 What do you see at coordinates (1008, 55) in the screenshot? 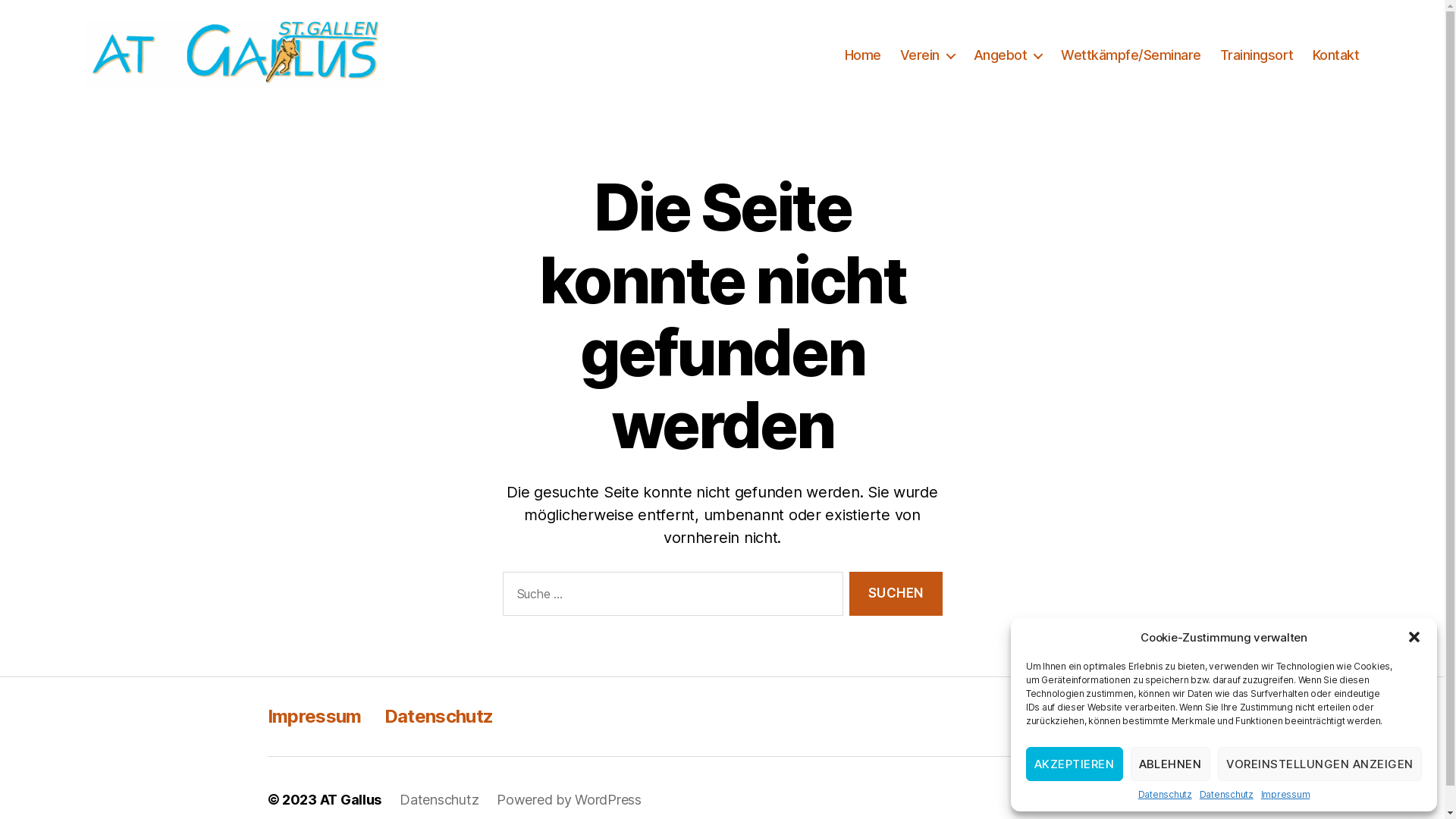
I see `'Angebot'` at bounding box center [1008, 55].